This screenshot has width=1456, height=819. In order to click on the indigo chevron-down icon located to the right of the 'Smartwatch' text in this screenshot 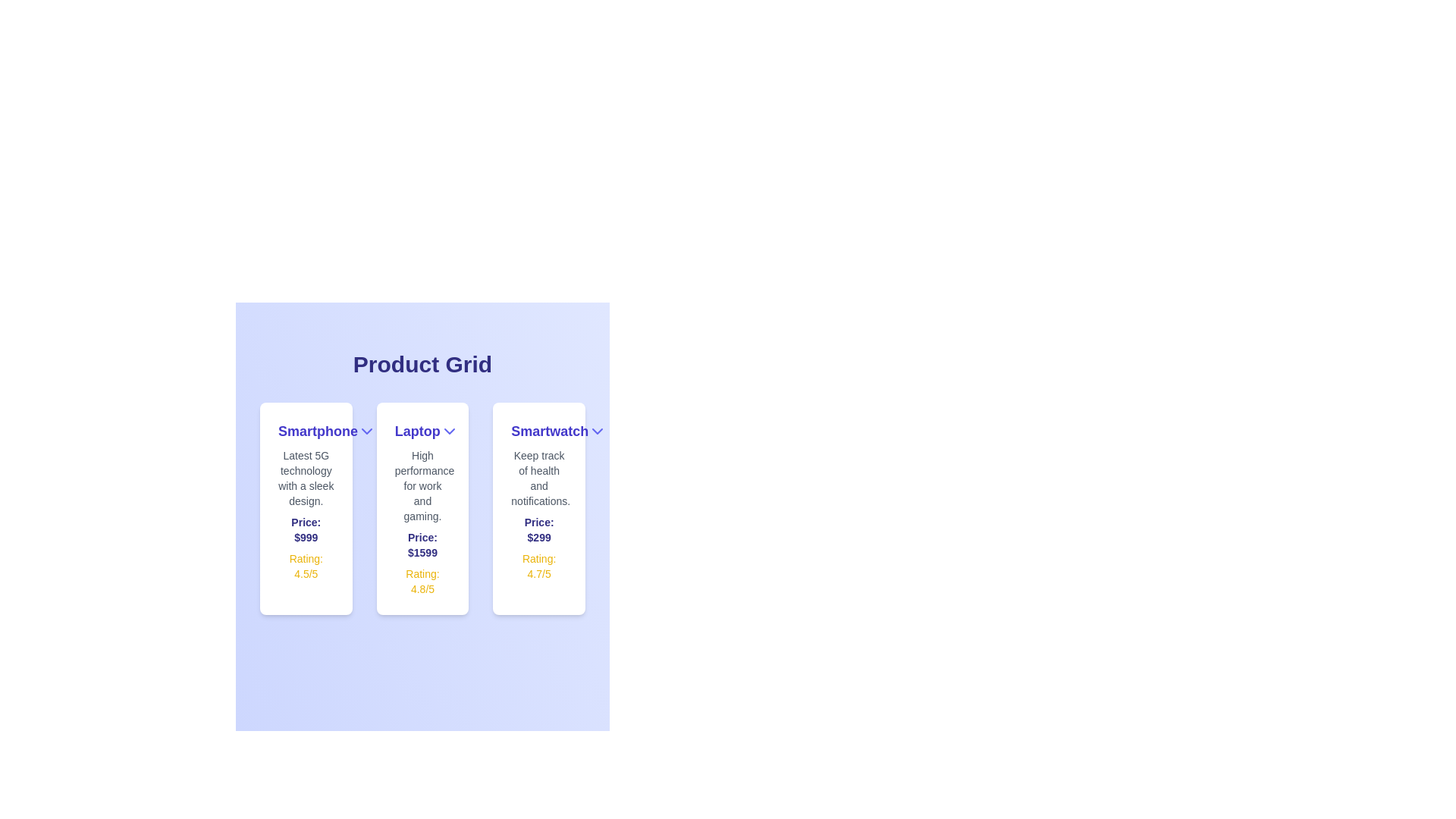, I will do `click(597, 431)`.